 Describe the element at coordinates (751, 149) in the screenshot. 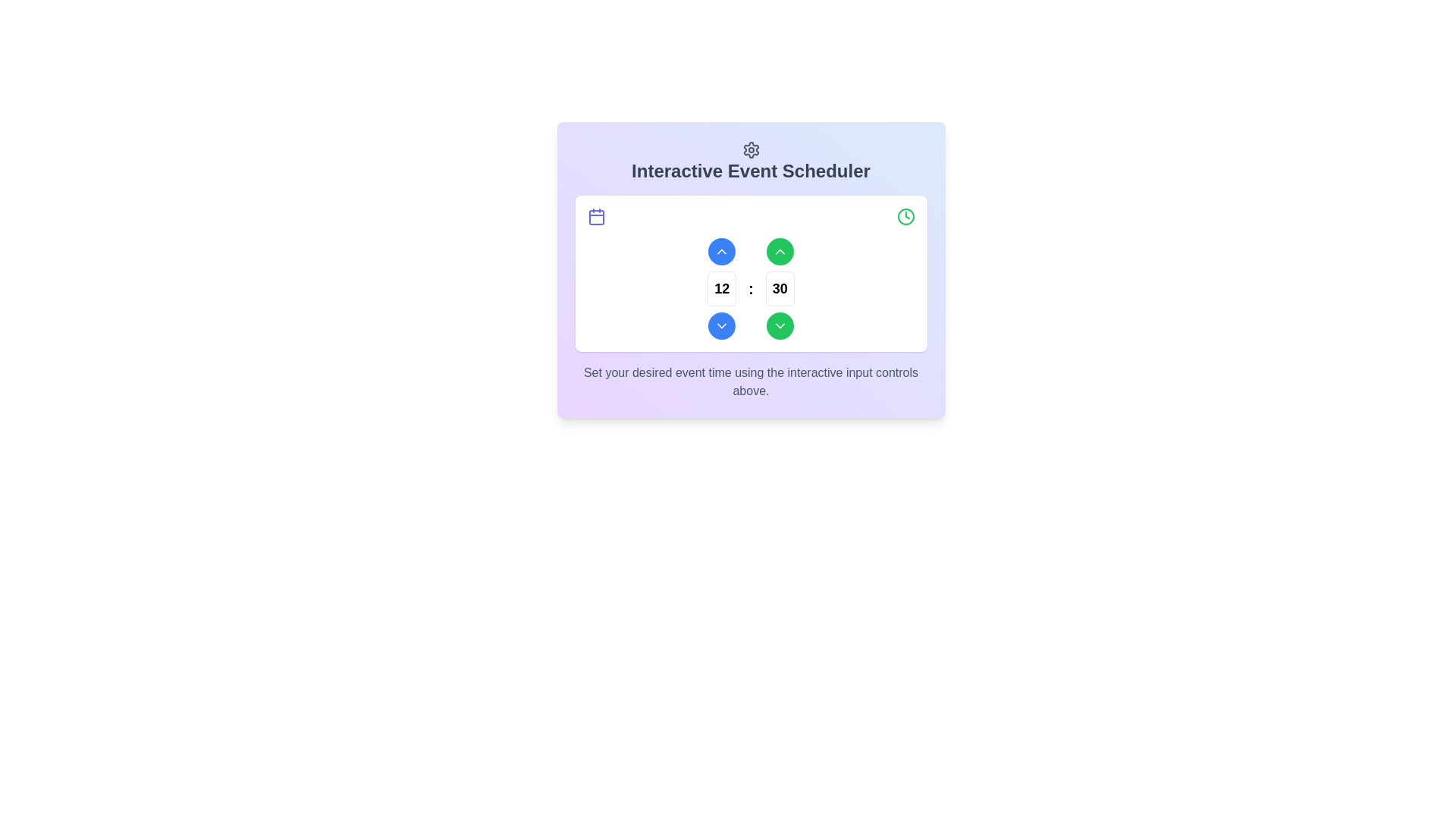

I see `the Settings icon located at the top-center of the card titled 'Interactive Event Scheduler' by clicking on it` at that location.